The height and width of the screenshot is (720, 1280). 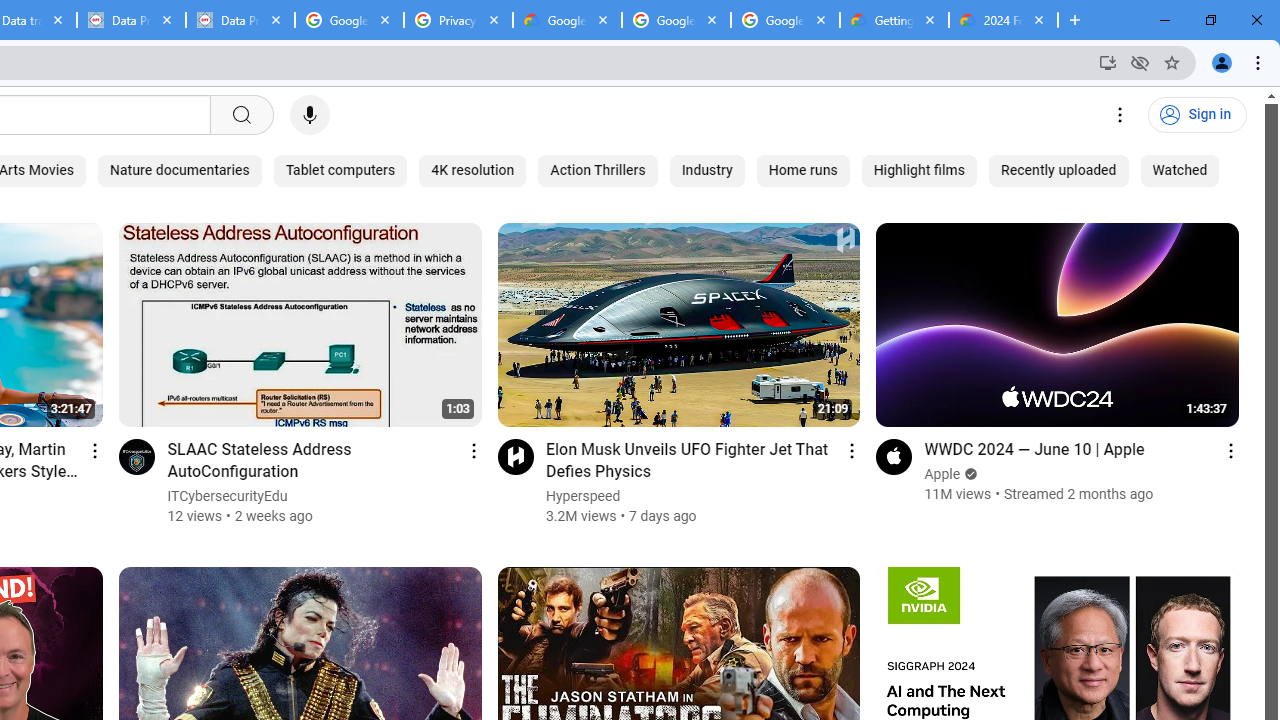 I want to click on 'Recently uploaded', so click(x=1058, y=170).